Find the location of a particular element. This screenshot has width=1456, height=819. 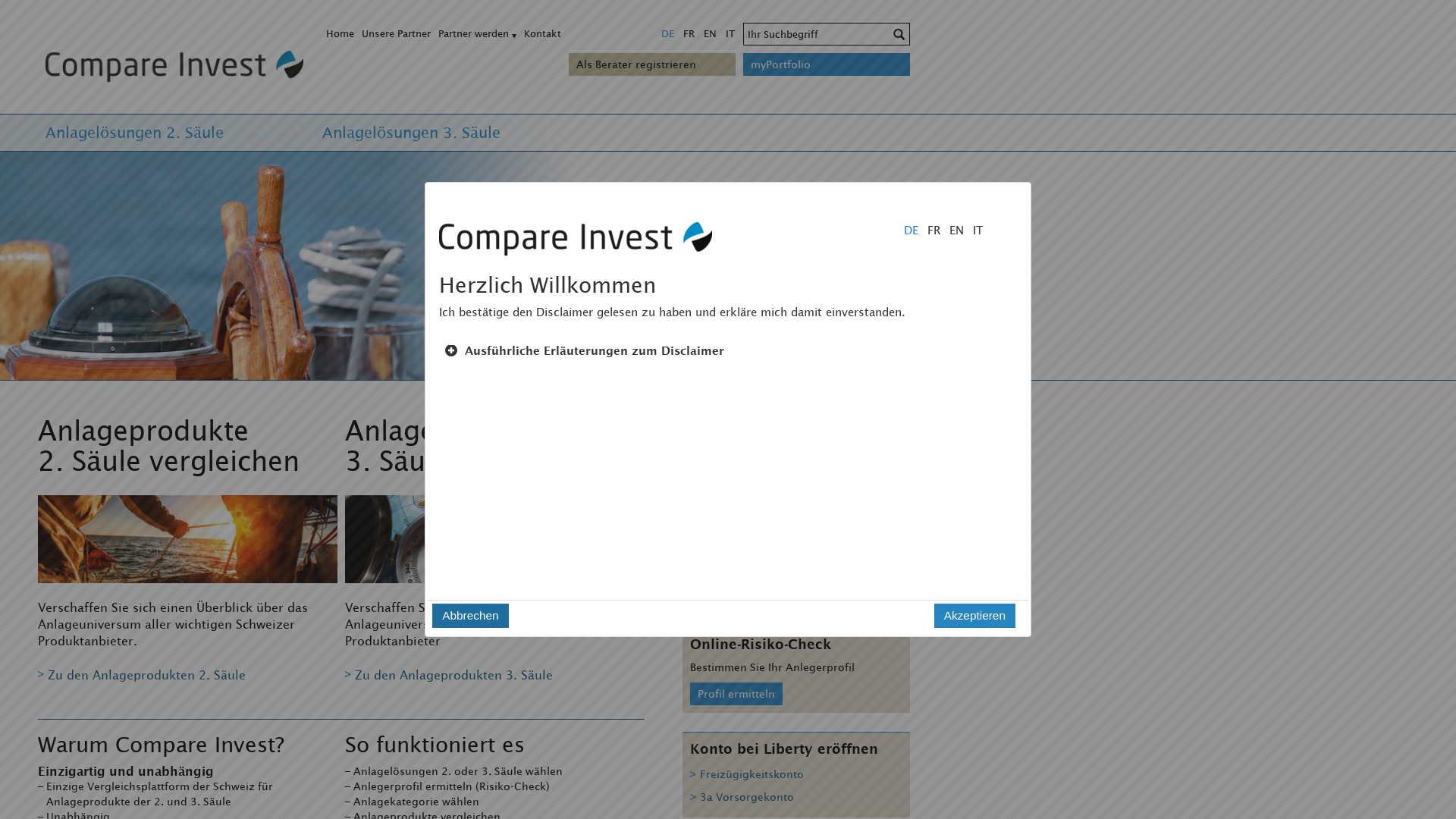

'Startseite' is located at coordinates (171, 64).